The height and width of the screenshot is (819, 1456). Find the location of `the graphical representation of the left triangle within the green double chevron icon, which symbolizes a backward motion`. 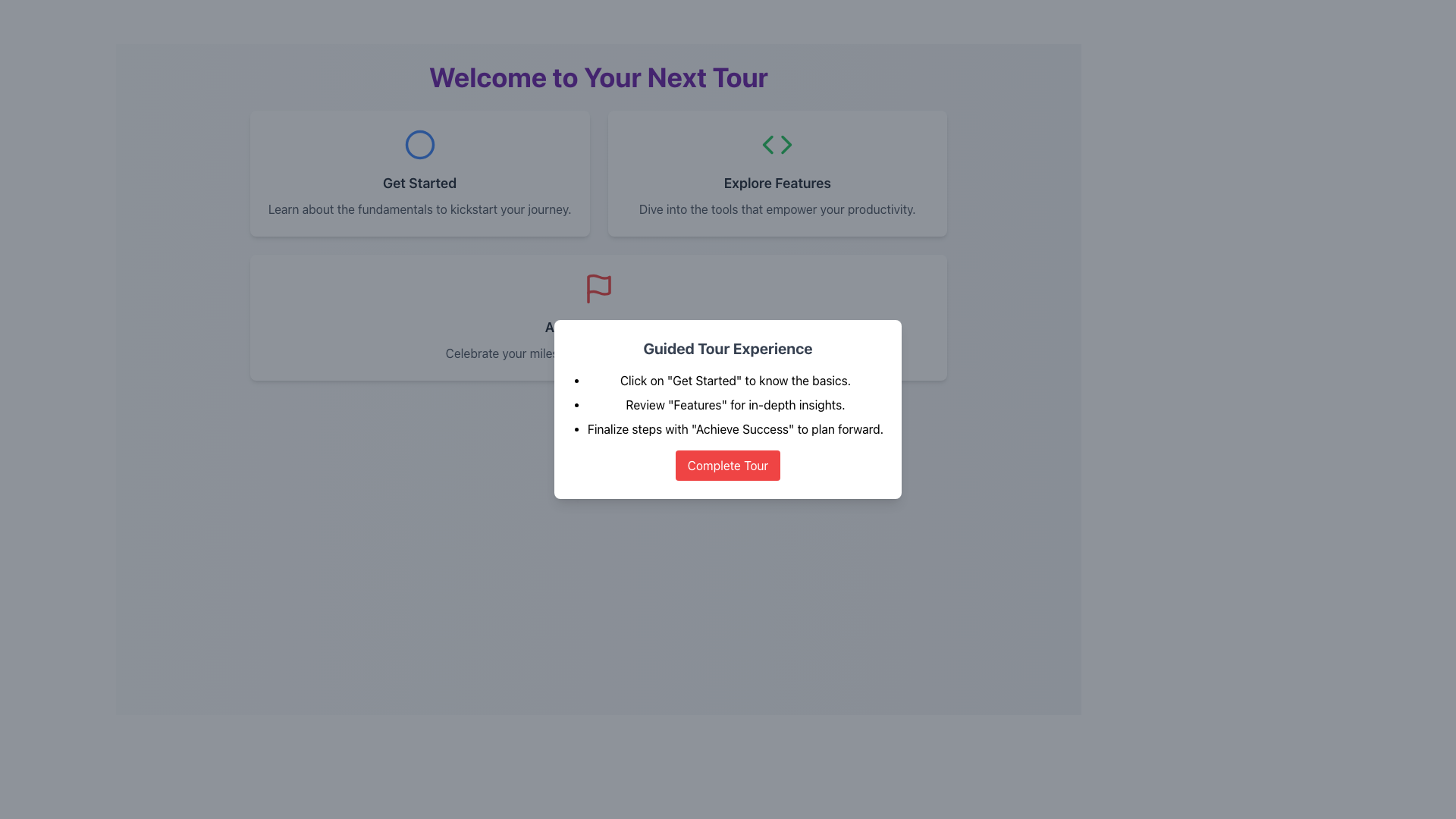

the graphical representation of the left triangle within the green double chevron icon, which symbolizes a backward motion is located at coordinates (768, 145).